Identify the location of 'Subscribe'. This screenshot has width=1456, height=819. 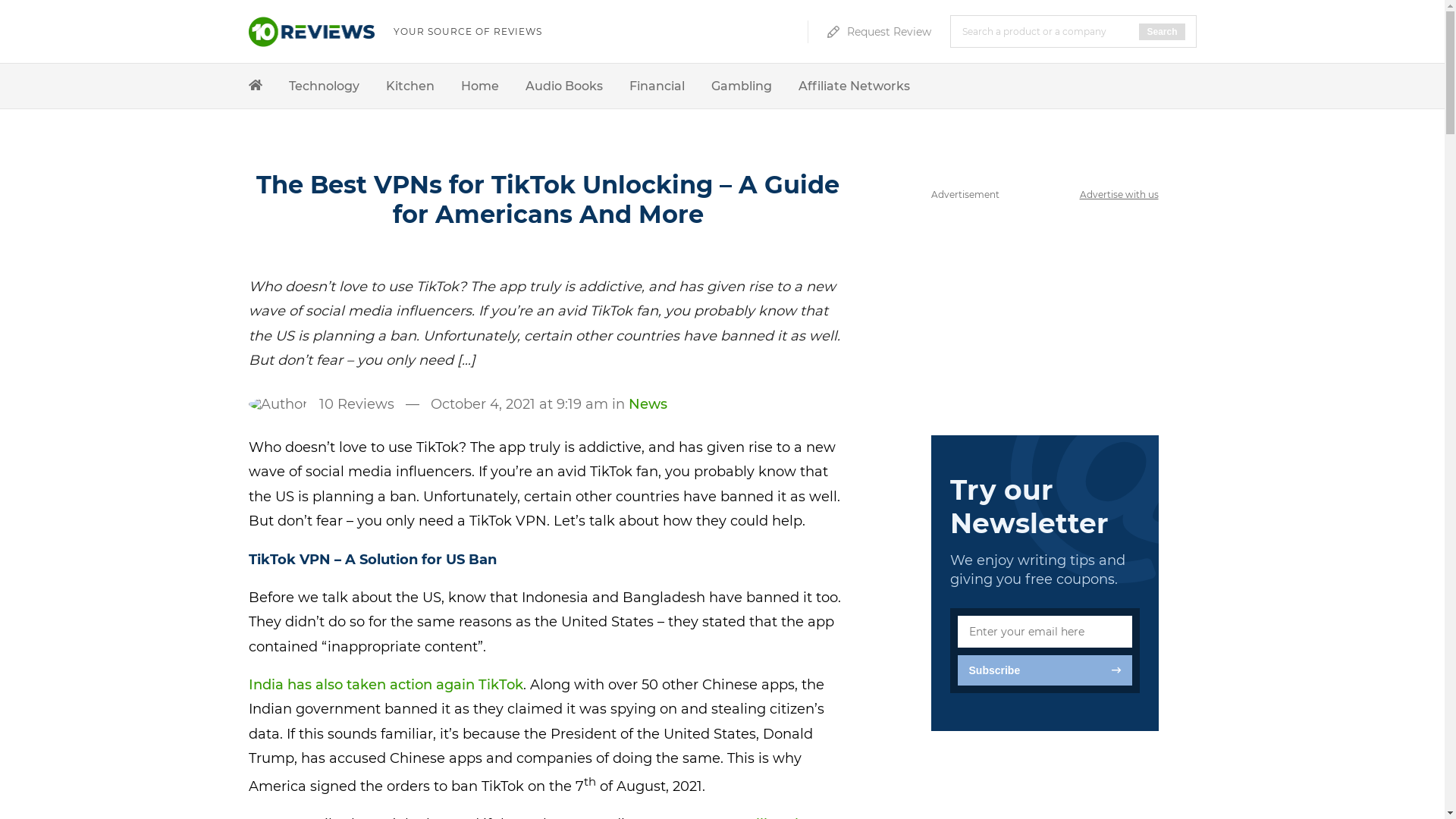
(956, 669).